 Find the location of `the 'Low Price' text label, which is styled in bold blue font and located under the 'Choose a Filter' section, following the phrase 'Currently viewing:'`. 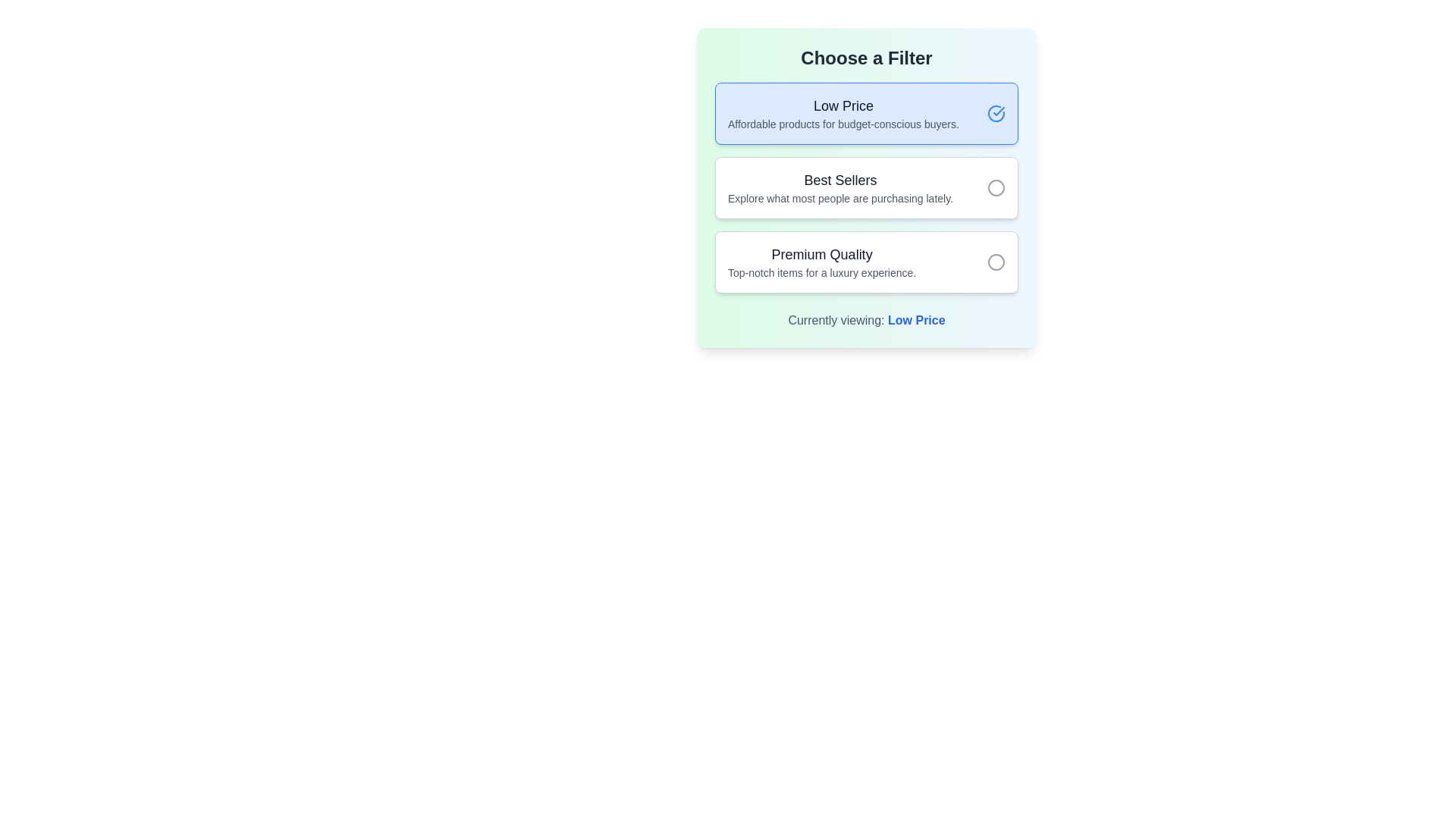

the 'Low Price' text label, which is styled in bold blue font and located under the 'Choose a Filter' section, following the phrase 'Currently viewing:' is located at coordinates (915, 319).